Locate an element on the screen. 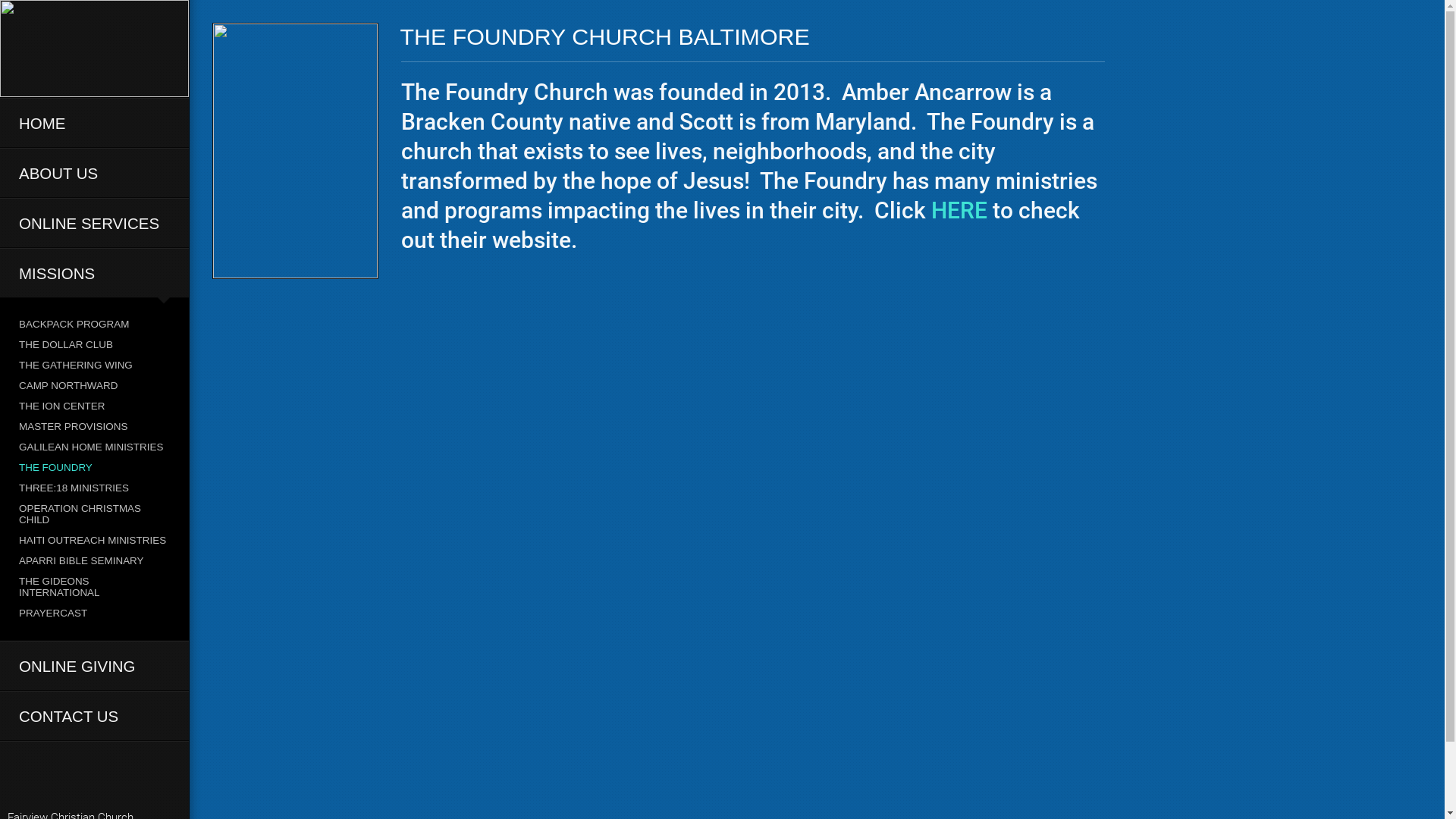 The image size is (1456, 819). 'MISSIONS' is located at coordinates (93, 271).